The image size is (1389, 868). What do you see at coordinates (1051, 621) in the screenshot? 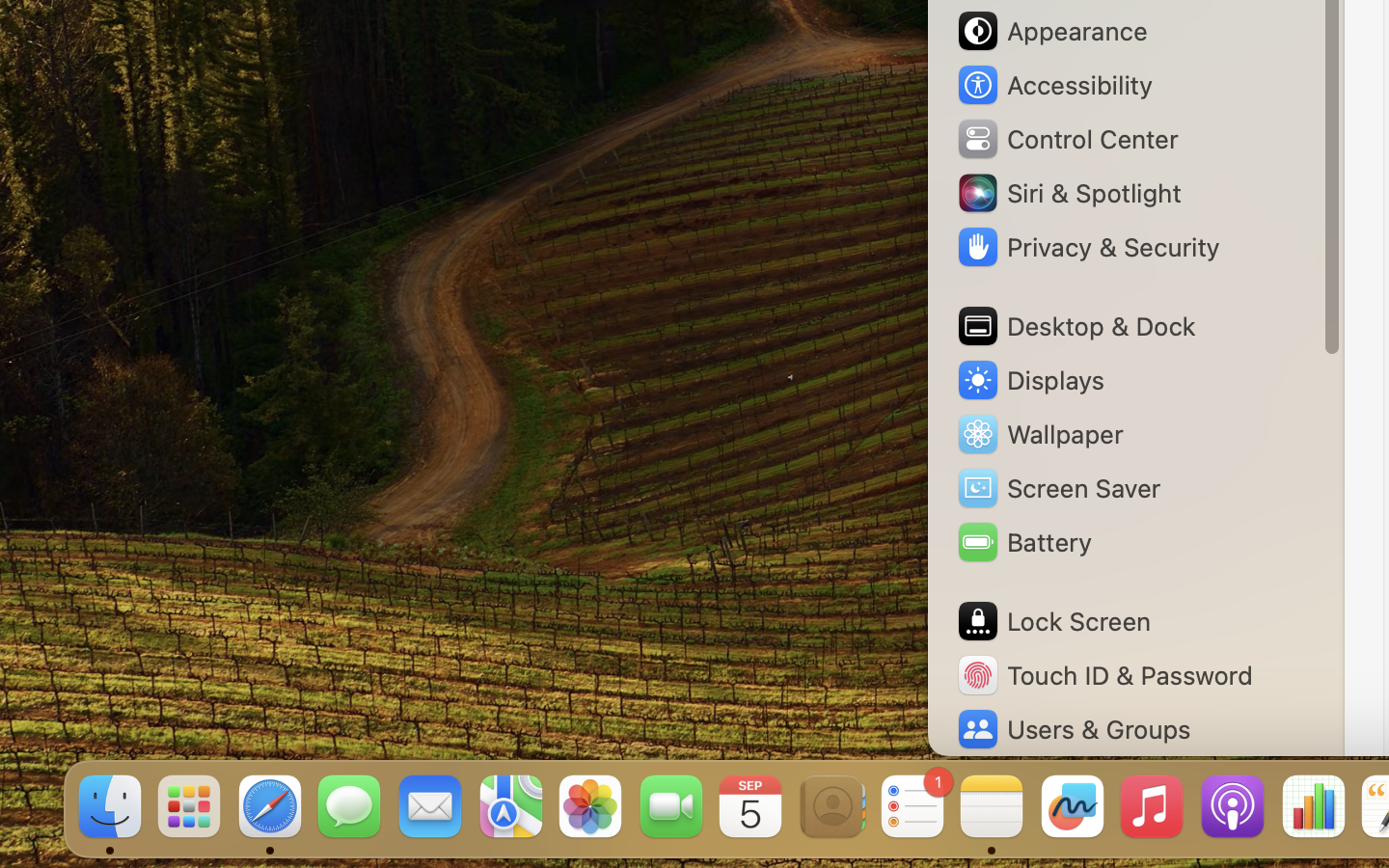
I see `'Lock Screen'` at bounding box center [1051, 621].